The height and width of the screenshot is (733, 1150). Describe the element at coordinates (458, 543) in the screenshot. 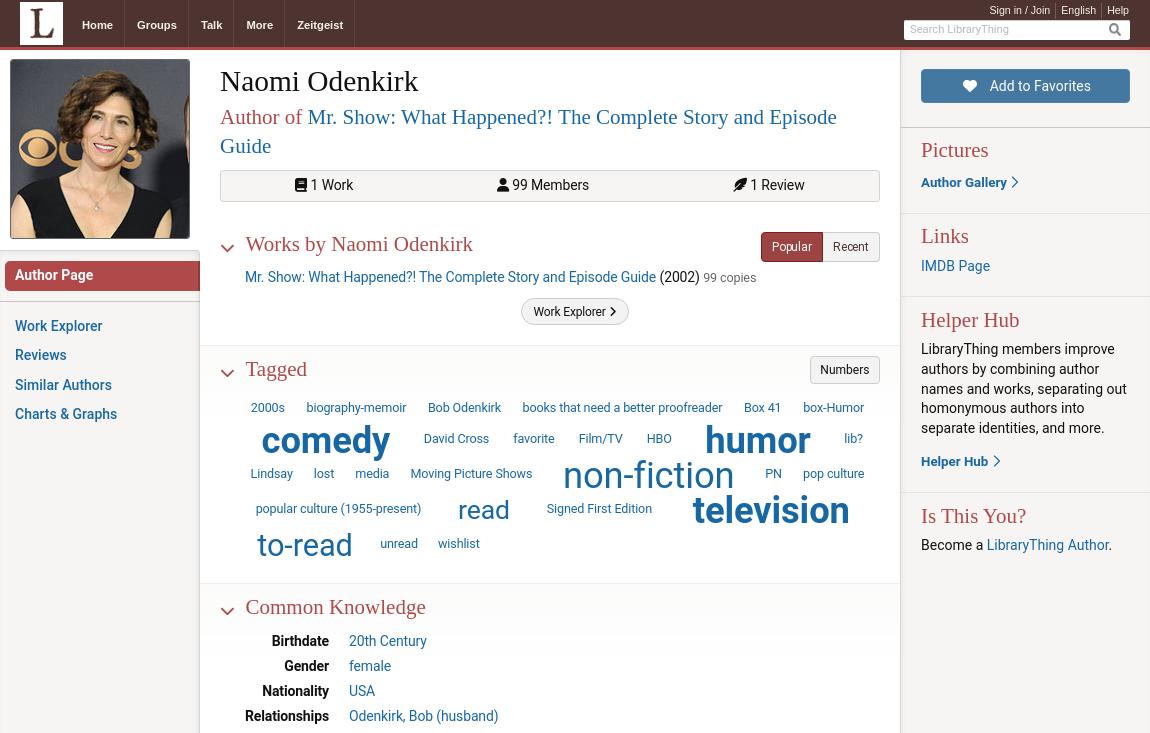

I see `'wishlist'` at that location.